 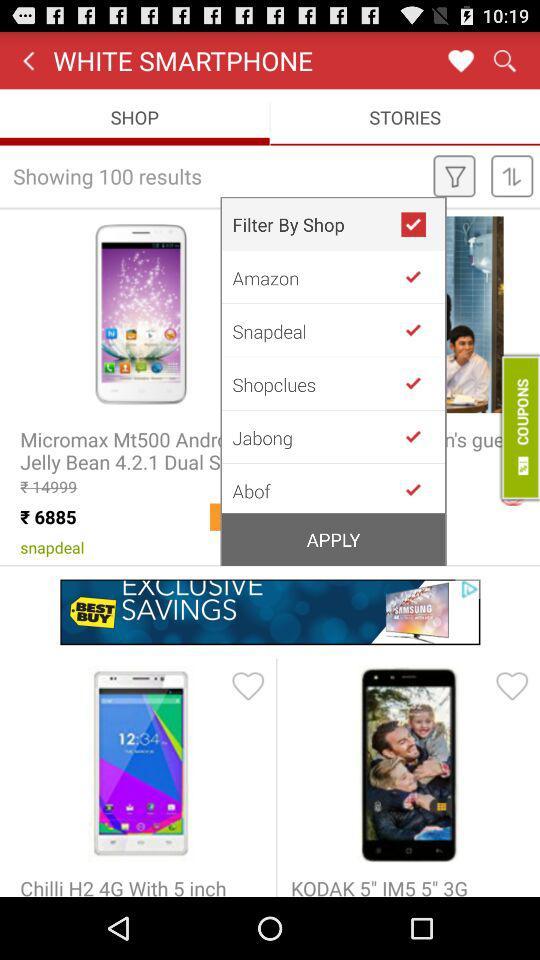 I want to click on filter by snapdeal shop, so click(x=420, y=330).